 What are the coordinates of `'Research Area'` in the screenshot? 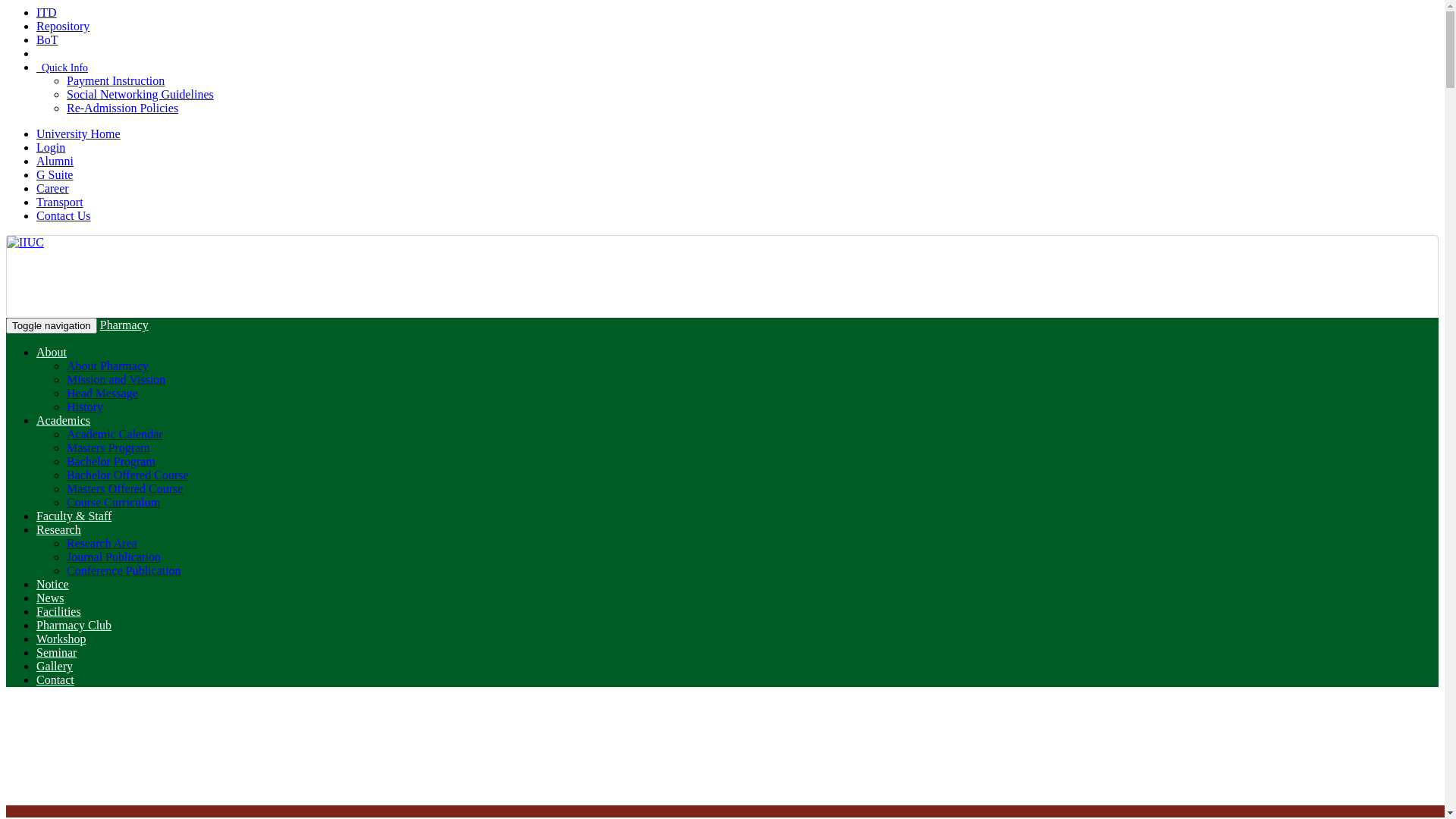 It's located at (101, 542).